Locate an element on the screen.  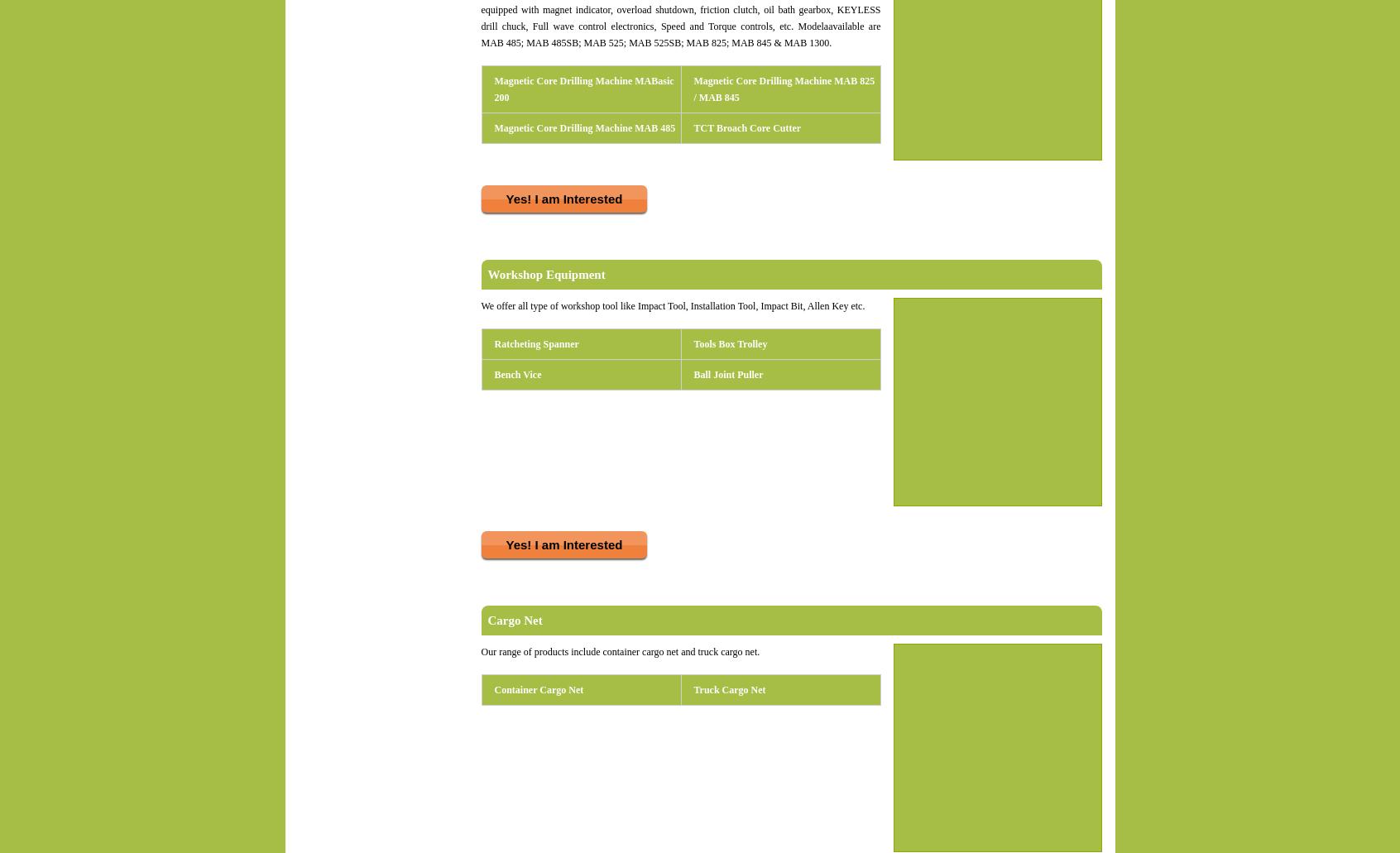
'We offer all type of workshop tool like Impact Tool, Installation Tool, Impact Bit, Allen Key etc.' is located at coordinates (674, 305).